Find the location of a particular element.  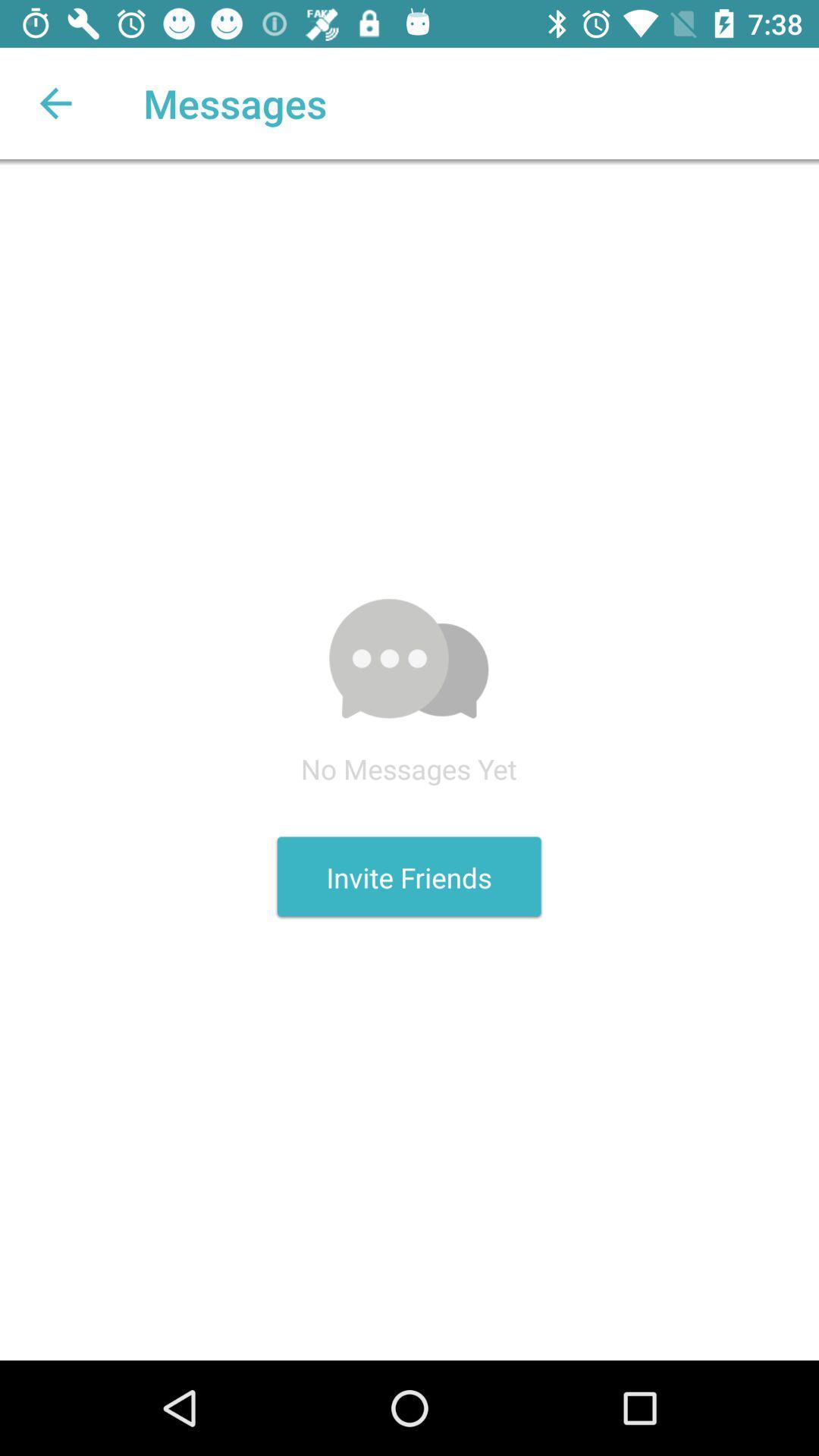

the icon below the no messages yet icon is located at coordinates (408, 877).